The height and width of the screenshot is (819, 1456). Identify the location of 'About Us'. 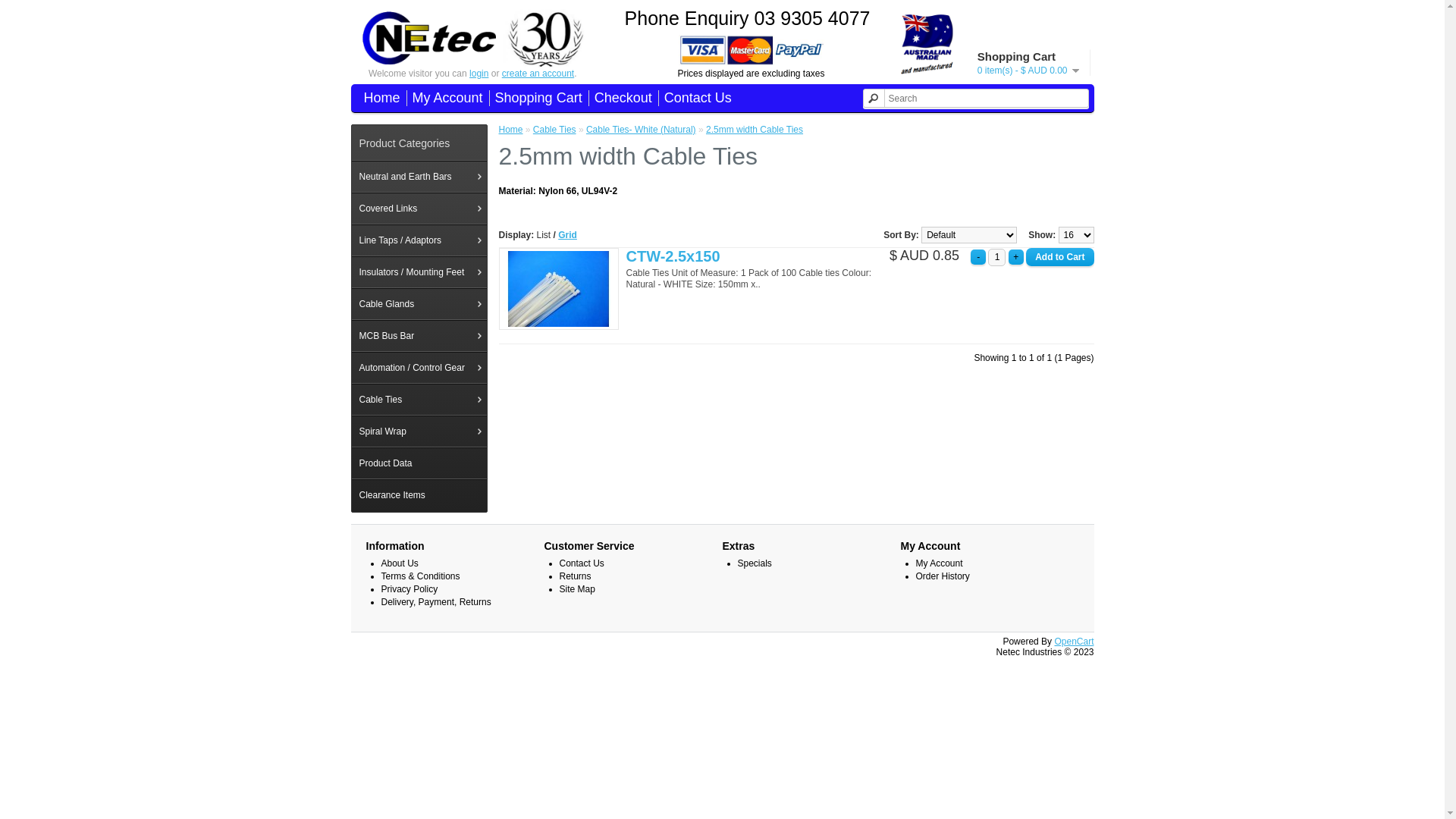
(399, 563).